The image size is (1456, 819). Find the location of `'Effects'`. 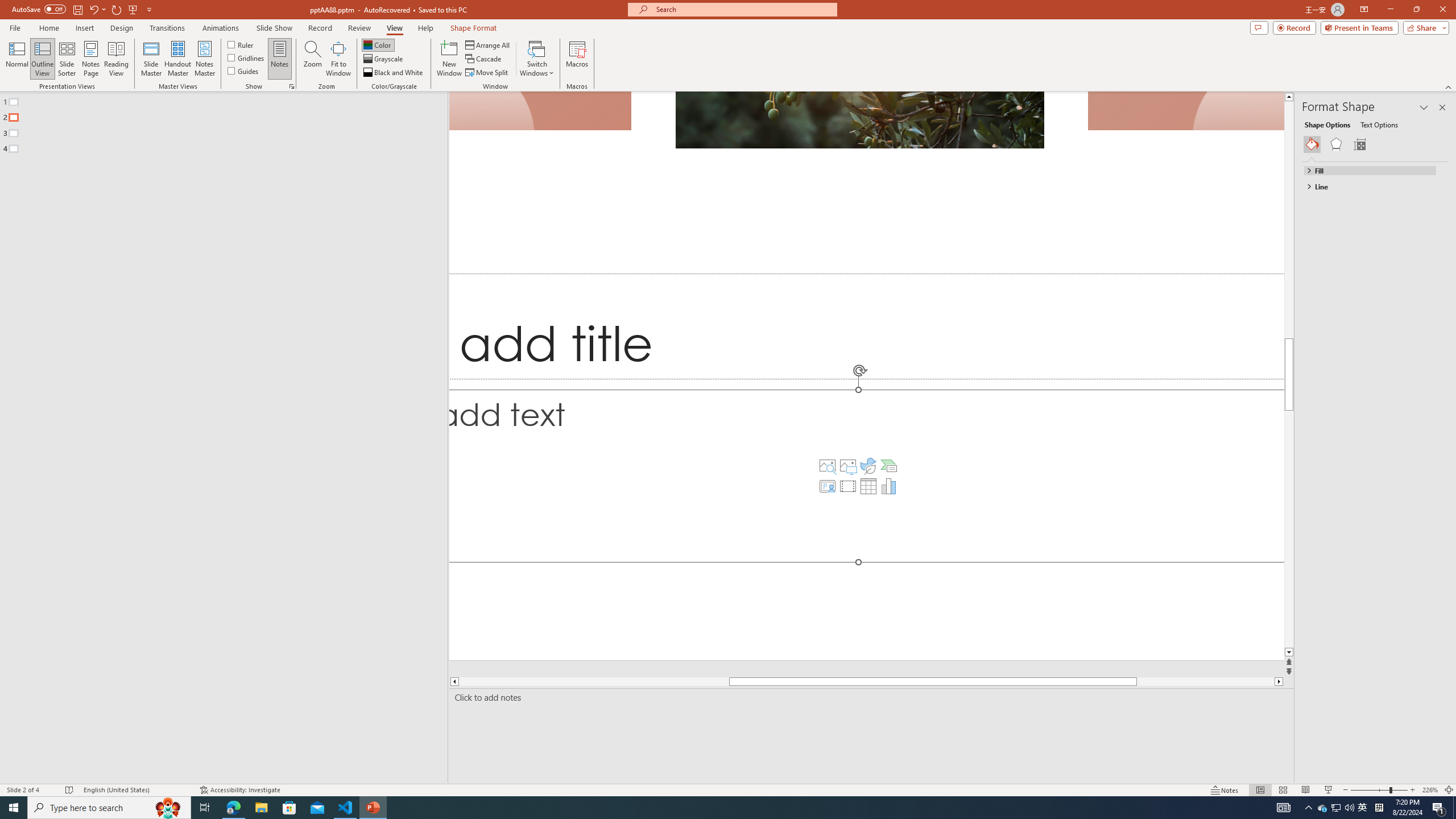

'Effects' is located at coordinates (1335, 144).